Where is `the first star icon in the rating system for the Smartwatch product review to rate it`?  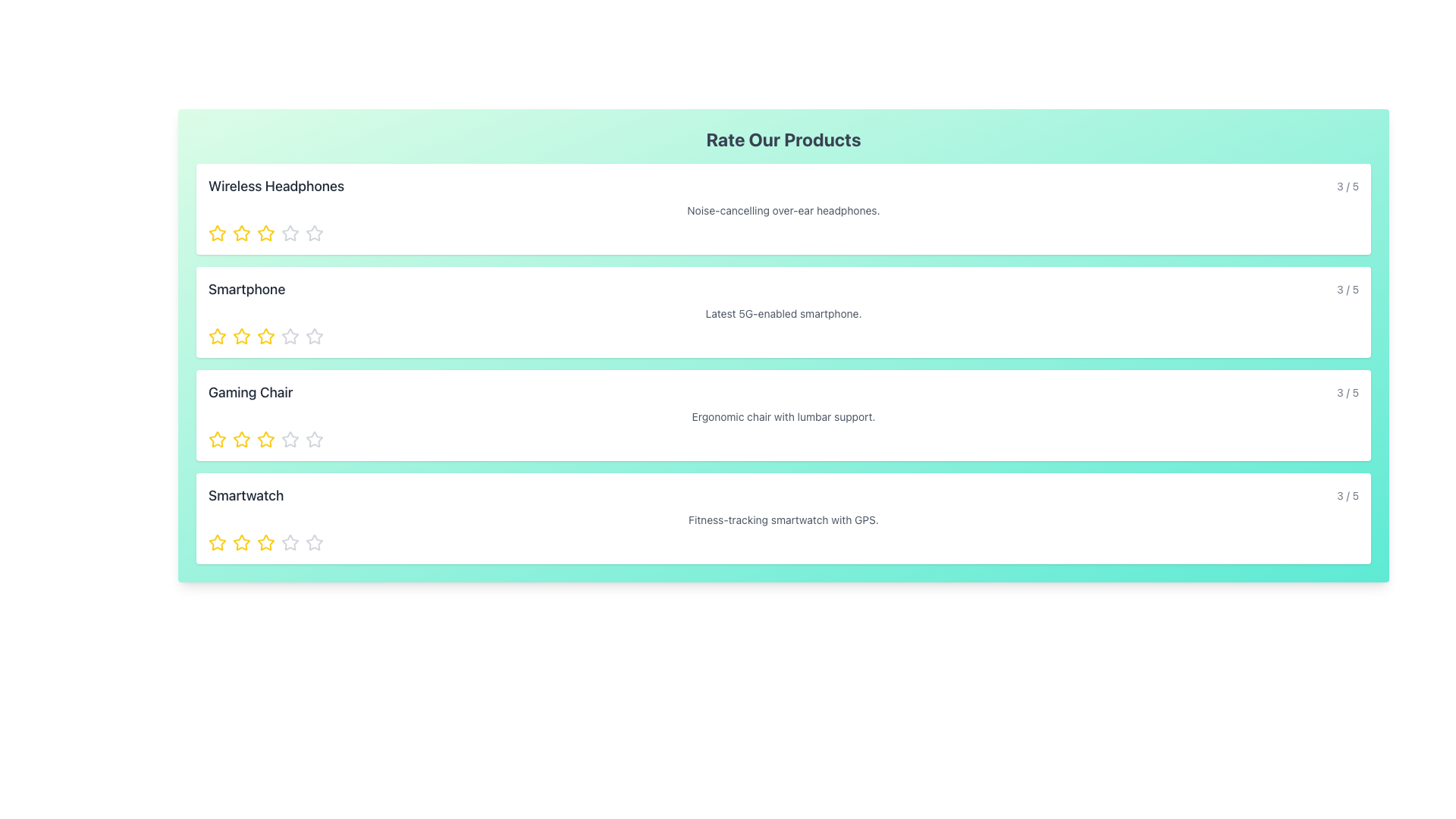
the first star icon in the rating system for the Smartwatch product review to rate it is located at coordinates (217, 542).